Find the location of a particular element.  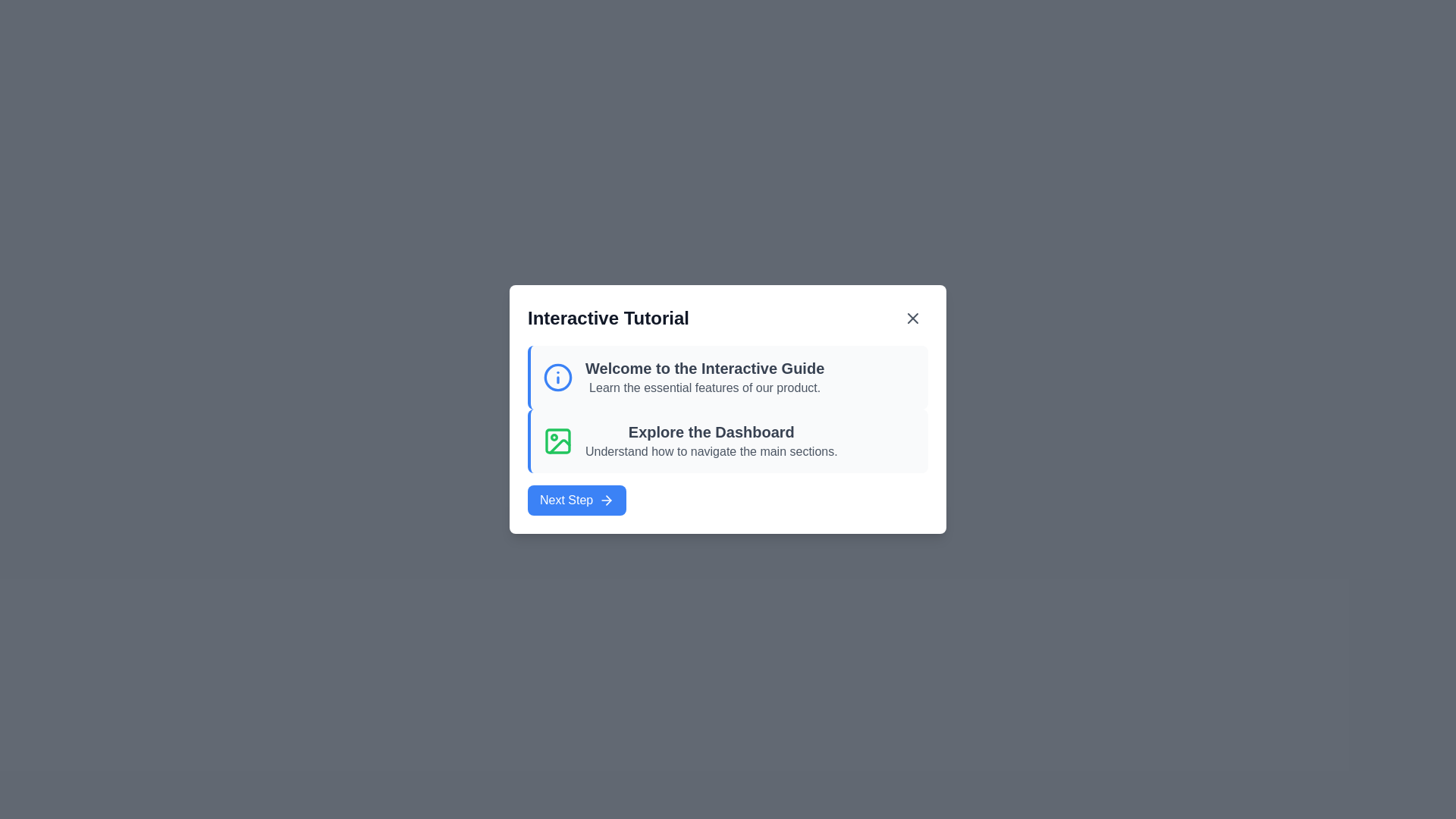

the heading text label located at the top of the list in the card interface is located at coordinates (704, 369).